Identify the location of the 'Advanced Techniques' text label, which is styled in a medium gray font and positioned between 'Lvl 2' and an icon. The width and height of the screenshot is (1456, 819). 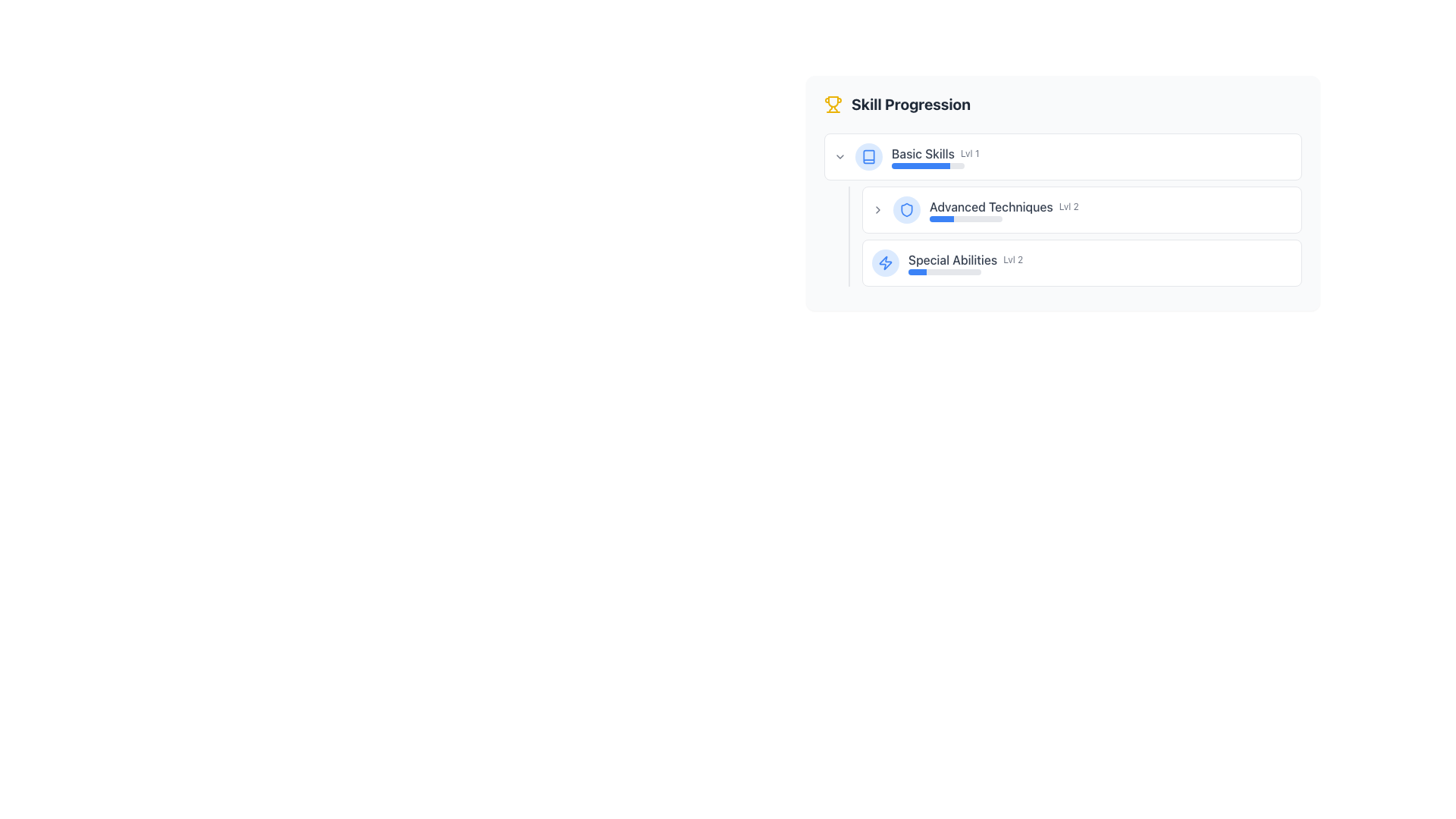
(991, 207).